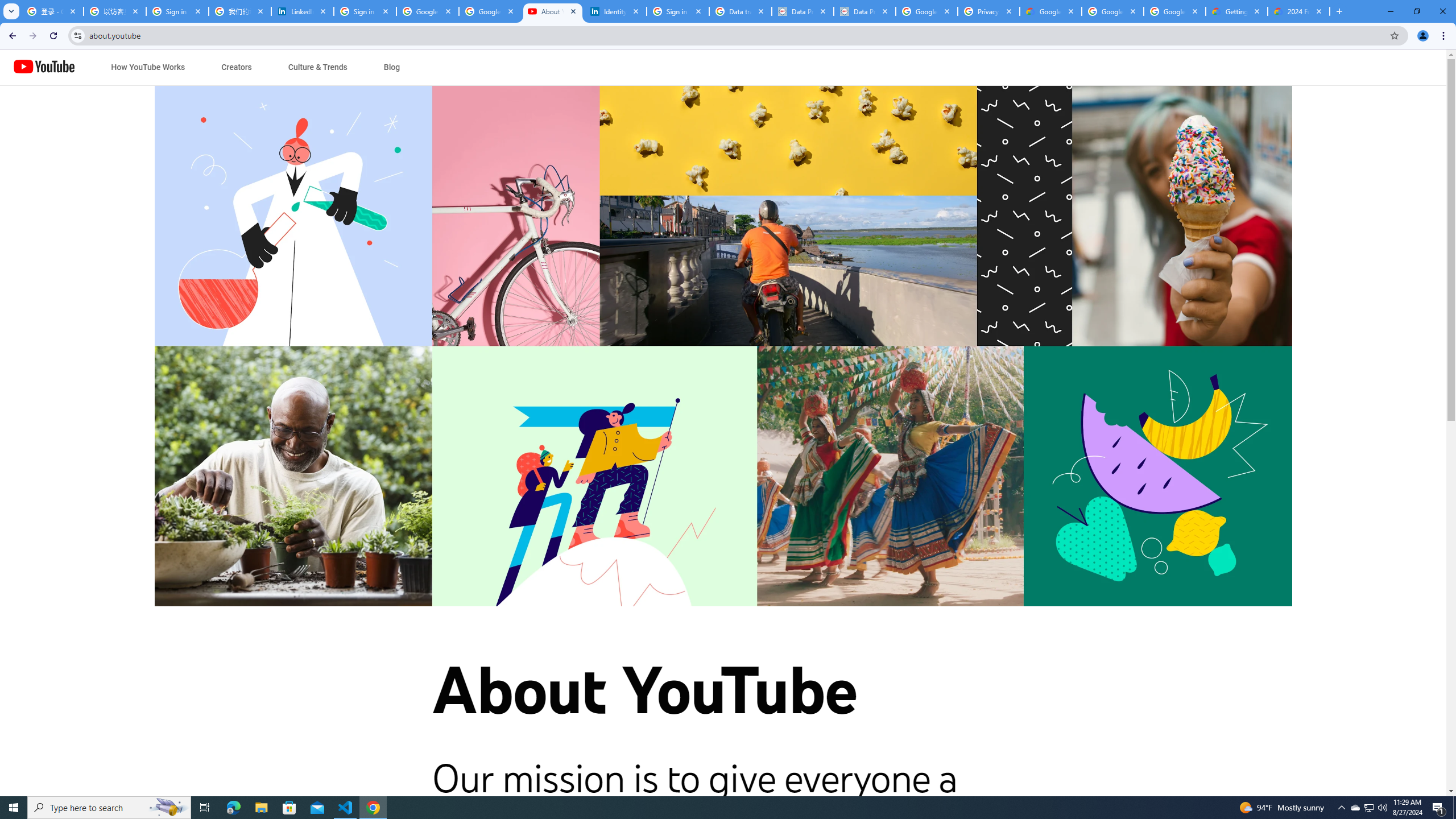  What do you see at coordinates (177, 11) in the screenshot?
I see `'Sign in - Google Accounts'` at bounding box center [177, 11].